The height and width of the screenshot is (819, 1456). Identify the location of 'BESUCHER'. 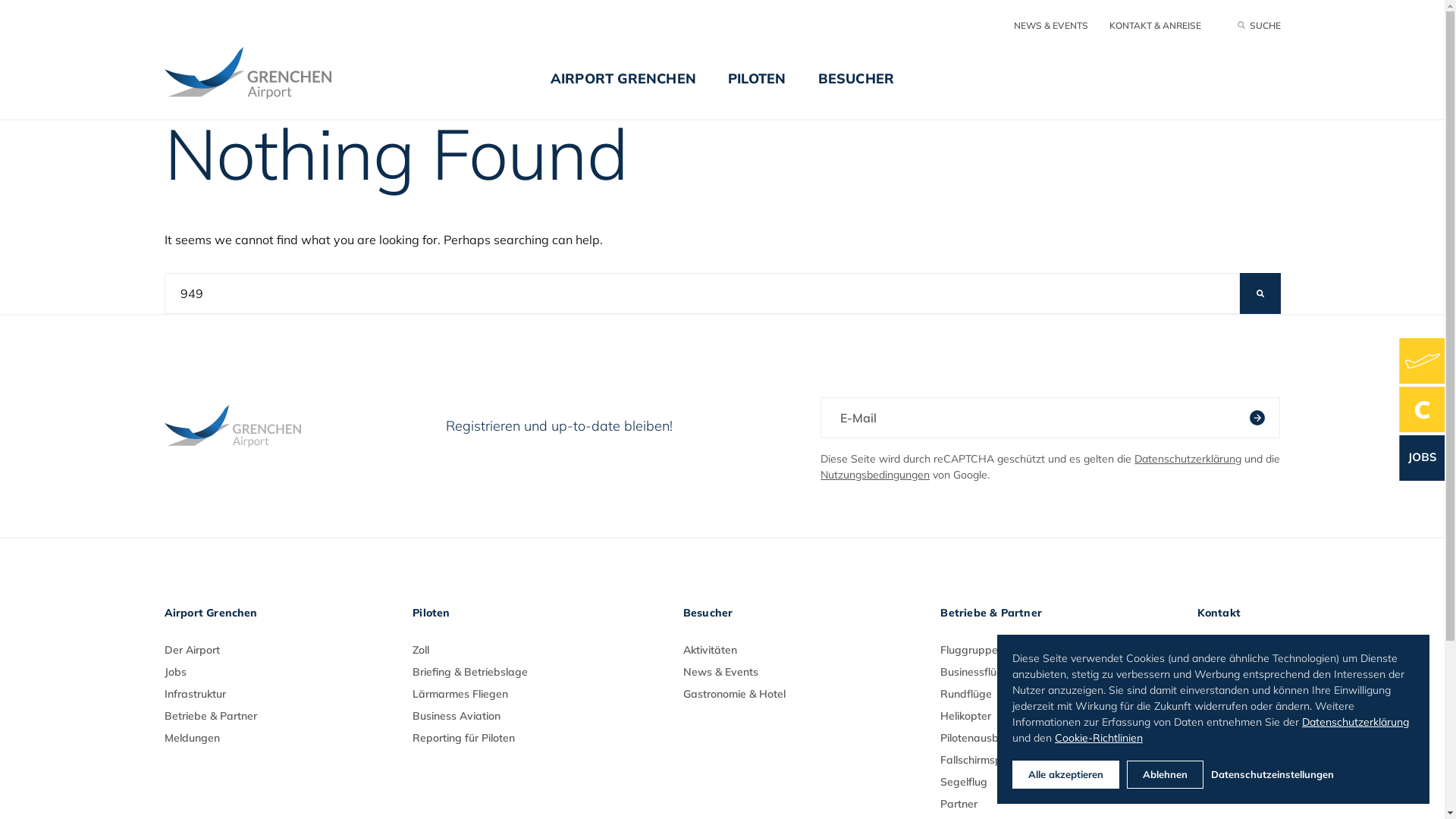
(856, 89).